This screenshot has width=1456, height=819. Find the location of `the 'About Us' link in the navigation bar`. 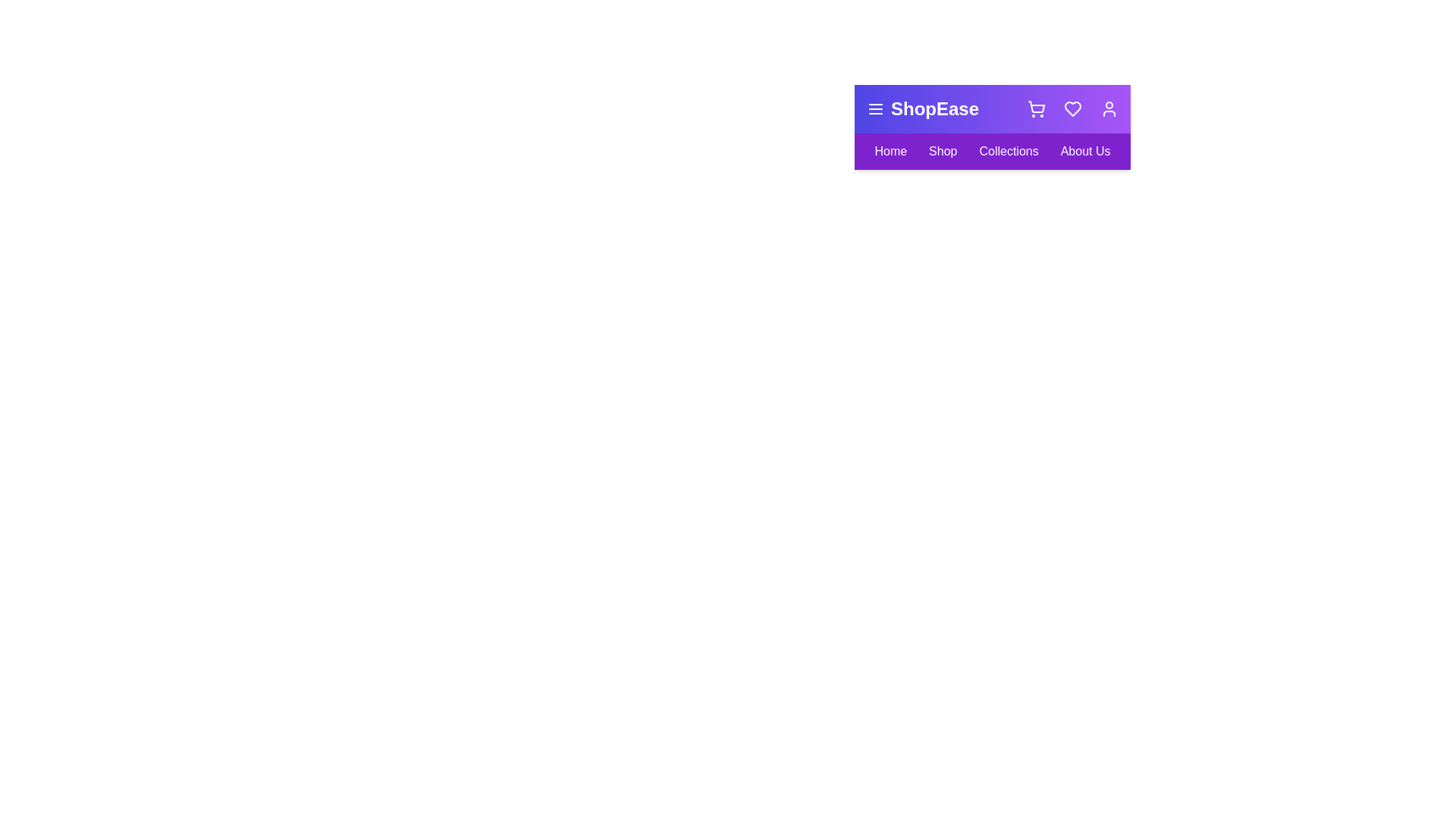

the 'About Us' link in the navigation bar is located at coordinates (1084, 152).